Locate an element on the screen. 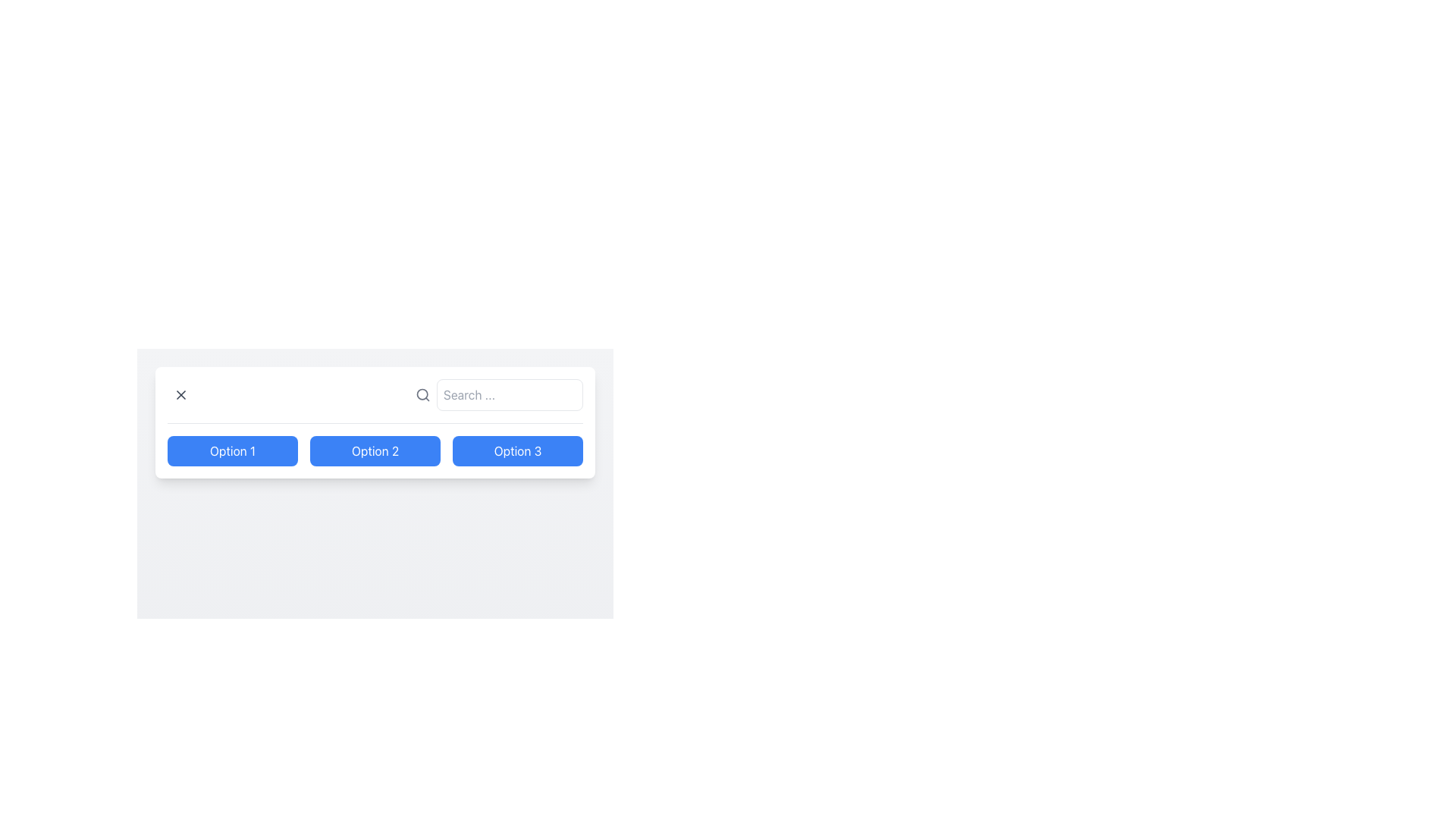 The width and height of the screenshot is (1456, 819). the close button located at the top-left corner of the interface is located at coordinates (181, 394).